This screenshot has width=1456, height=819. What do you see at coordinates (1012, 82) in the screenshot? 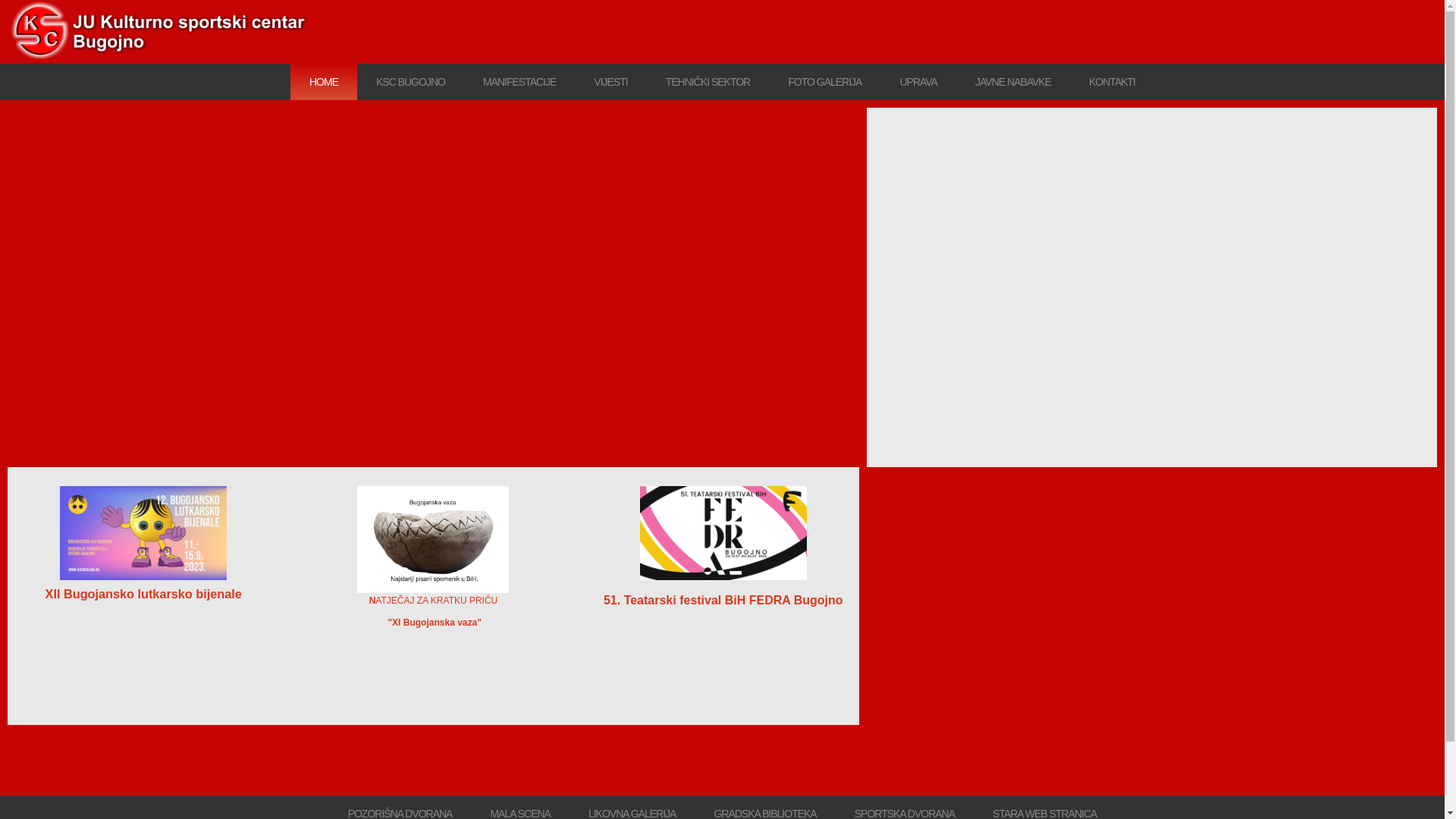
I see `'JAVNE NABAVKE'` at bounding box center [1012, 82].